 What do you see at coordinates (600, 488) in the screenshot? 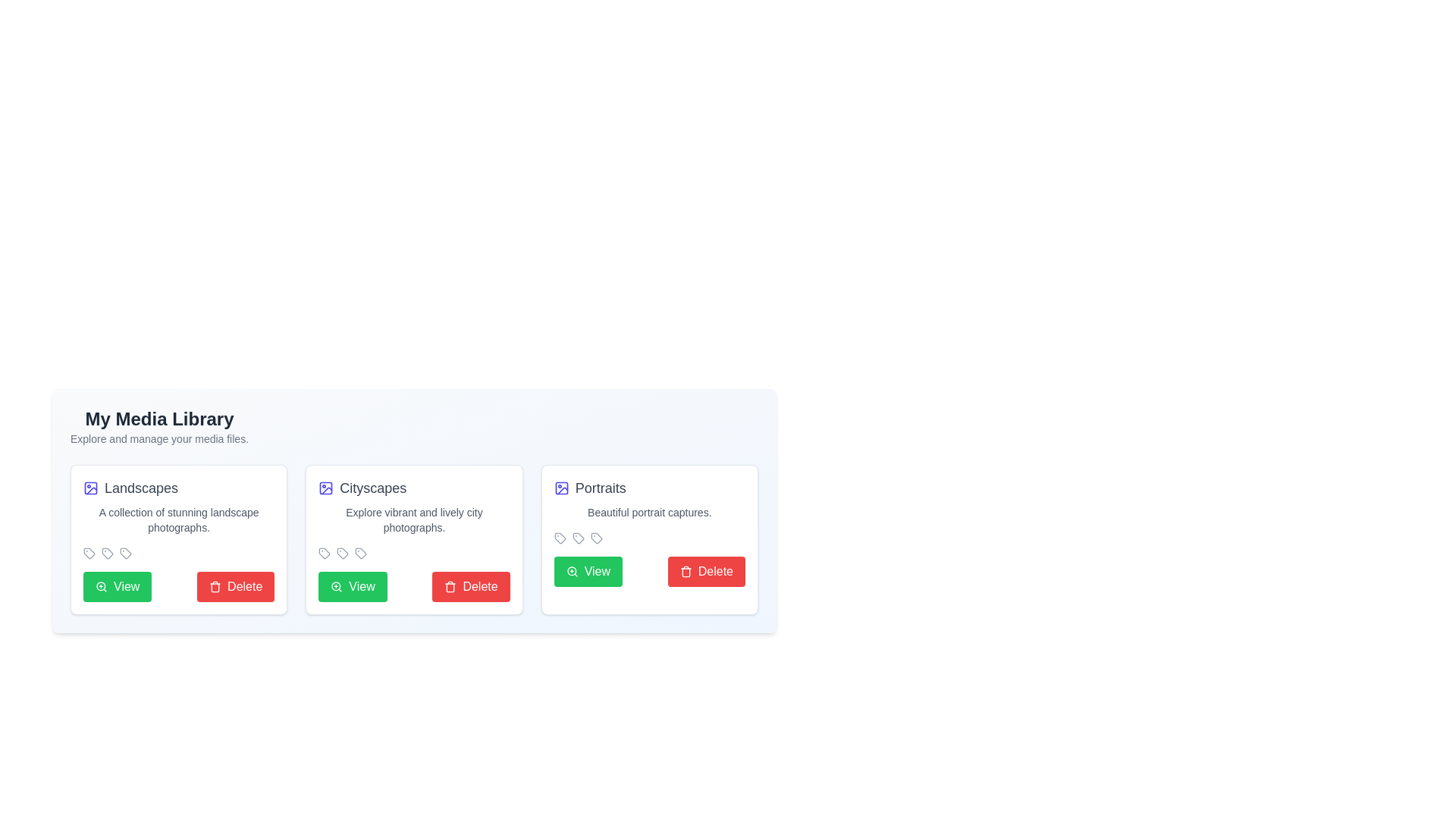
I see `text label located at the top of the rightmost media card, which serves as a title or heading for the associated content` at bounding box center [600, 488].